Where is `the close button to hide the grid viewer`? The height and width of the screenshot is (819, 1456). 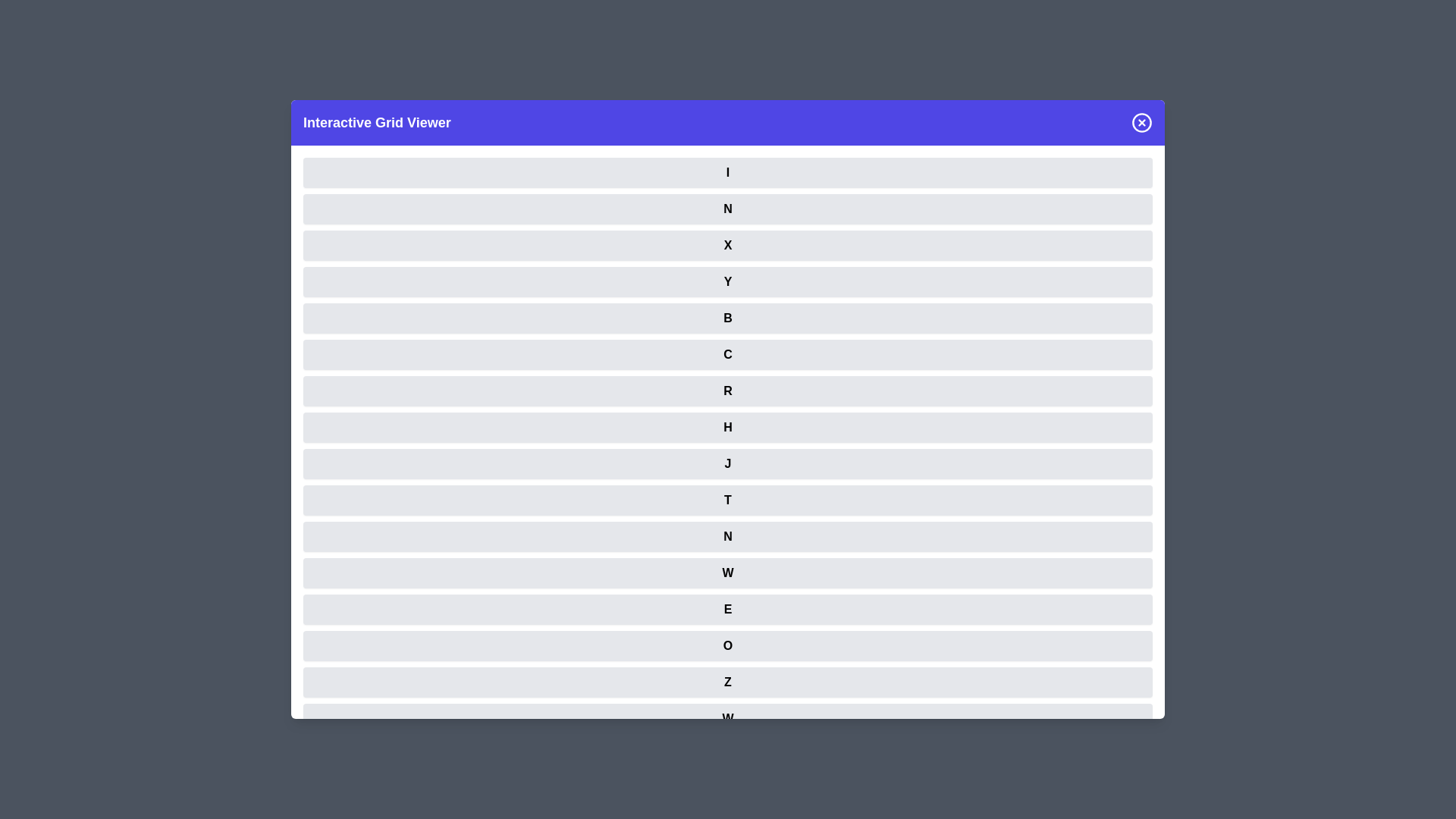 the close button to hide the grid viewer is located at coordinates (1142, 122).